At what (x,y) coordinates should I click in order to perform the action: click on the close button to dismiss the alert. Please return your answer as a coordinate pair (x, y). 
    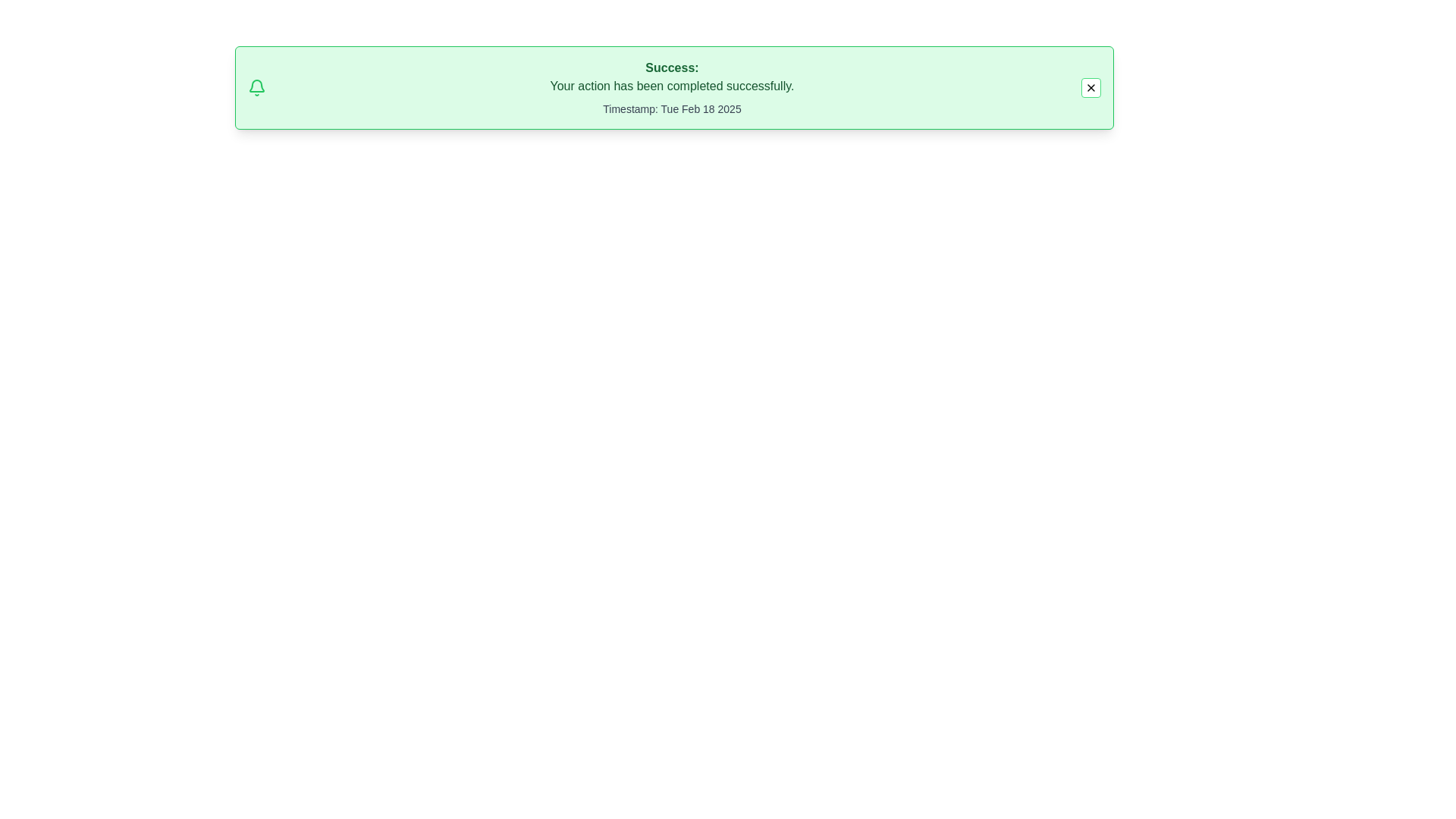
    Looking at the image, I should click on (1090, 87).